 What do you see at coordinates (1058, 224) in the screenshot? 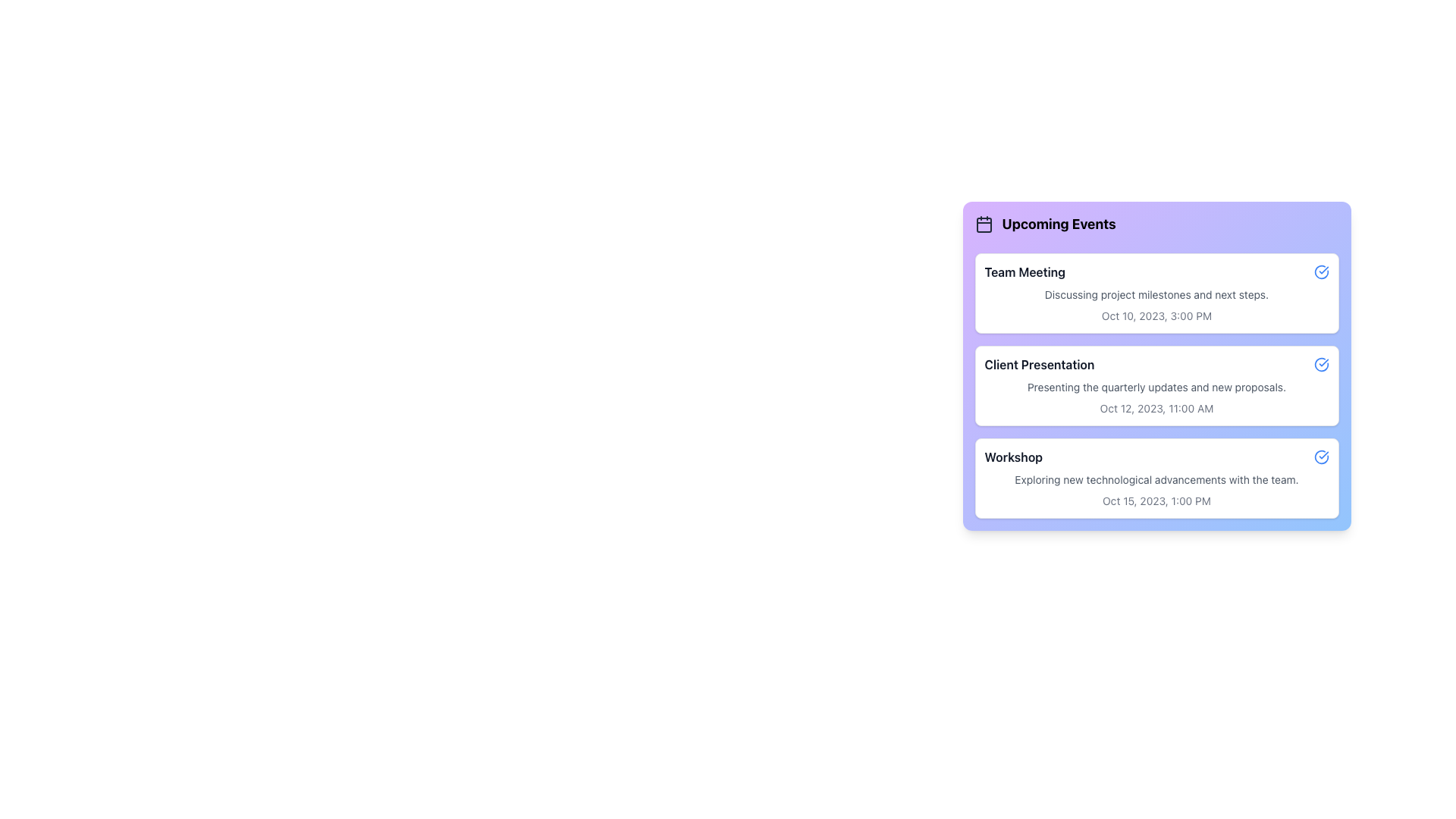
I see `the heading text that indicates the section name 'Upcoming Events', which is positioned near a calendar icon` at bounding box center [1058, 224].